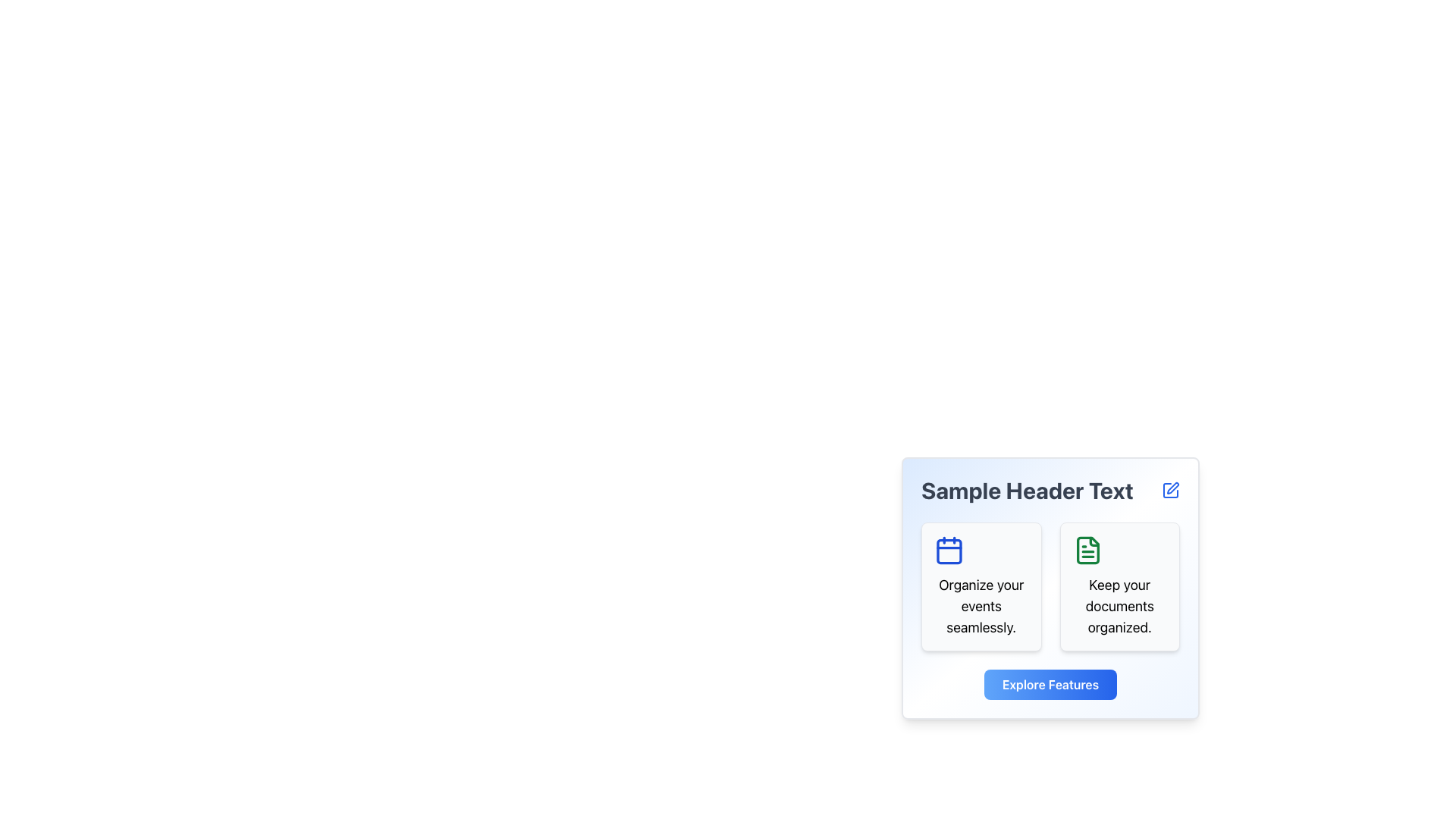 The image size is (1456, 819). What do you see at coordinates (1087, 550) in the screenshot?
I see `the green document icon with text lines located in the second card below the main header, above the text 'Keep your documents organized.'` at bounding box center [1087, 550].